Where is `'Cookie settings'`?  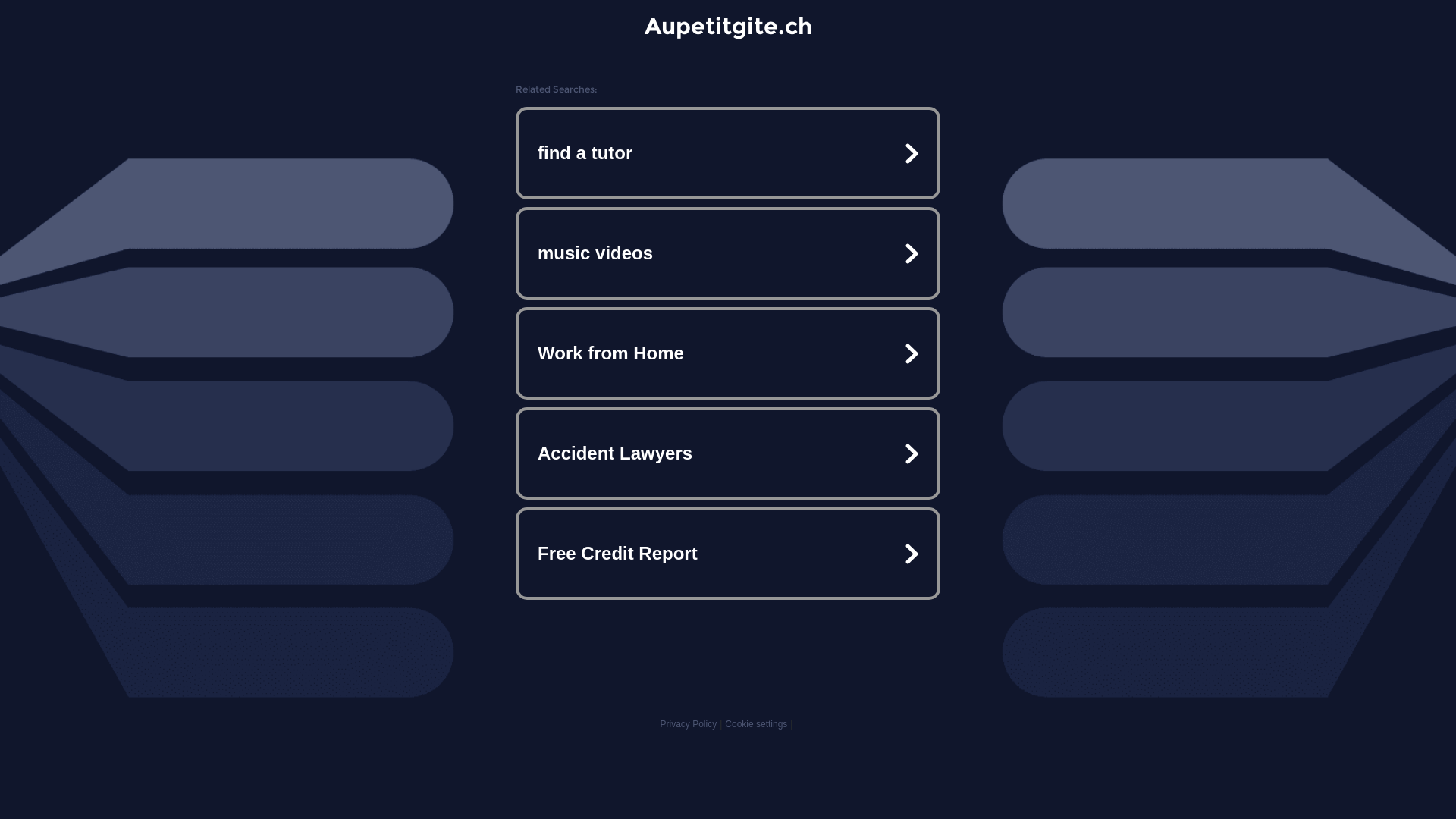 'Cookie settings' is located at coordinates (756, 723).